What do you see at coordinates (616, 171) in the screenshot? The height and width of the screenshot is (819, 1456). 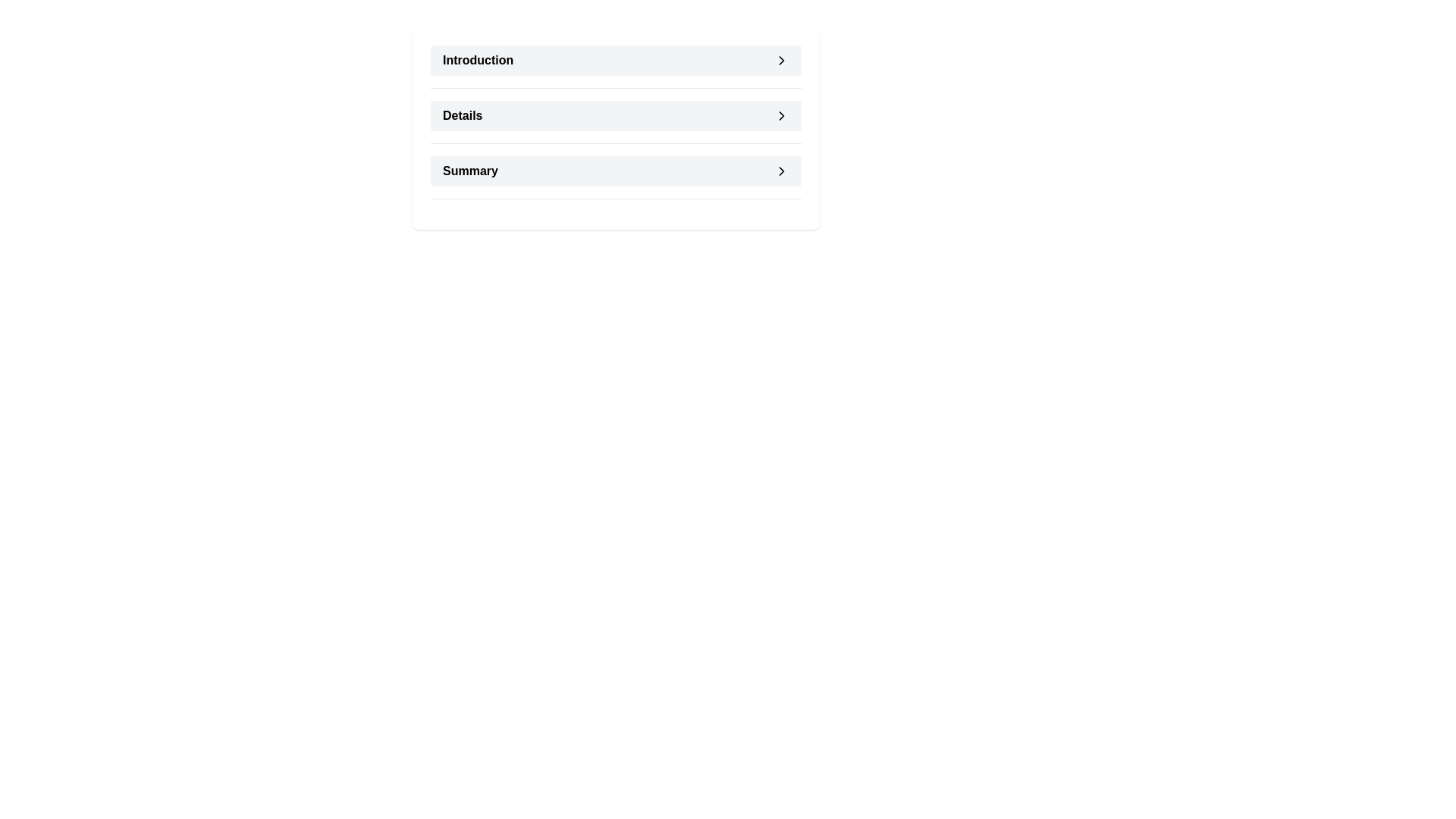 I see `the interactive button that navigates to or expands more details related to the 'Summary' section, located at the bottom of a vertically stacked list` at bounding box center [616, 171].